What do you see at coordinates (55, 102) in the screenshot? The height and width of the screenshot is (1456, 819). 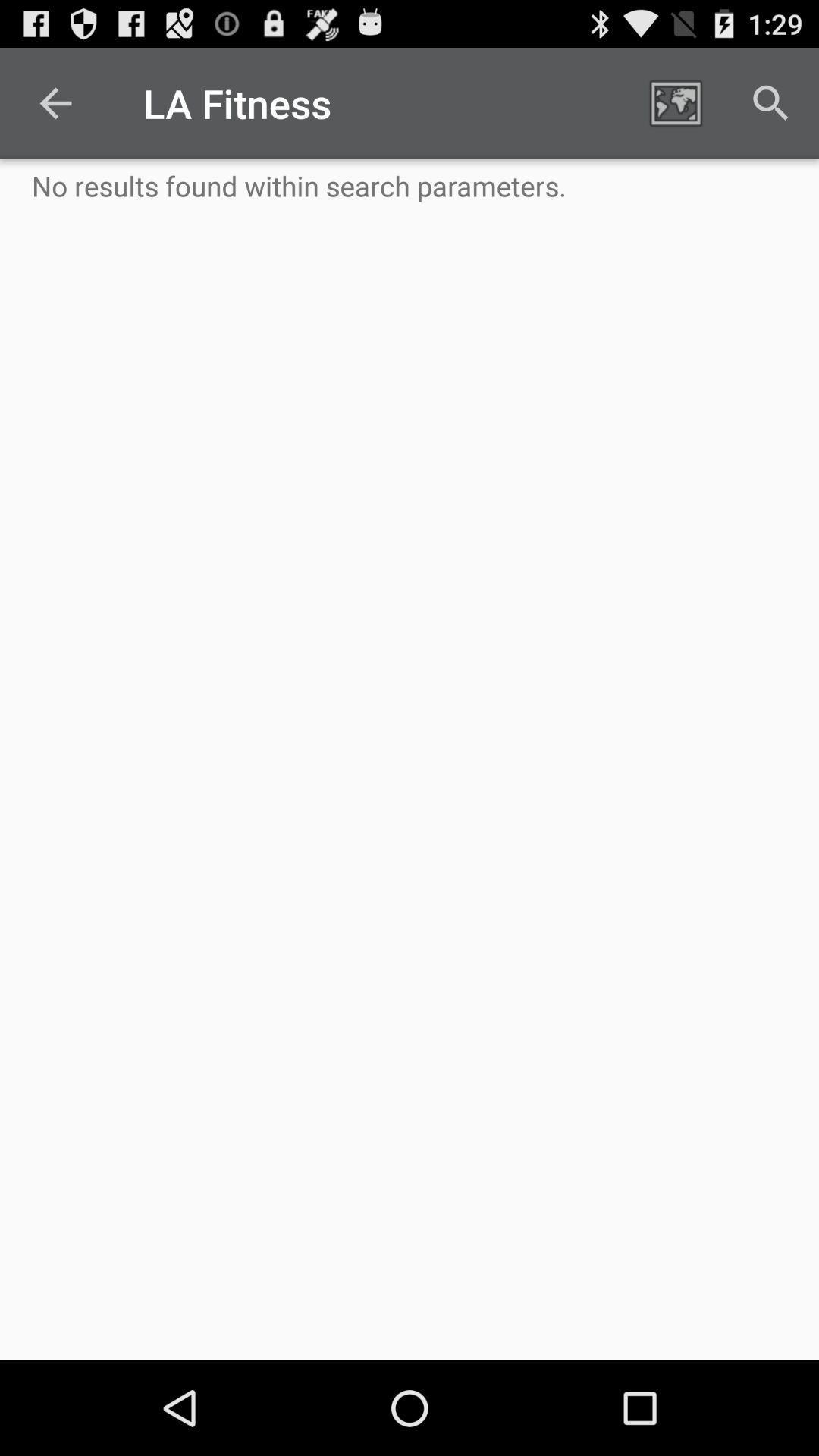 I see `the icon to the left of la fitness icon` at bounding box center [55, 102].